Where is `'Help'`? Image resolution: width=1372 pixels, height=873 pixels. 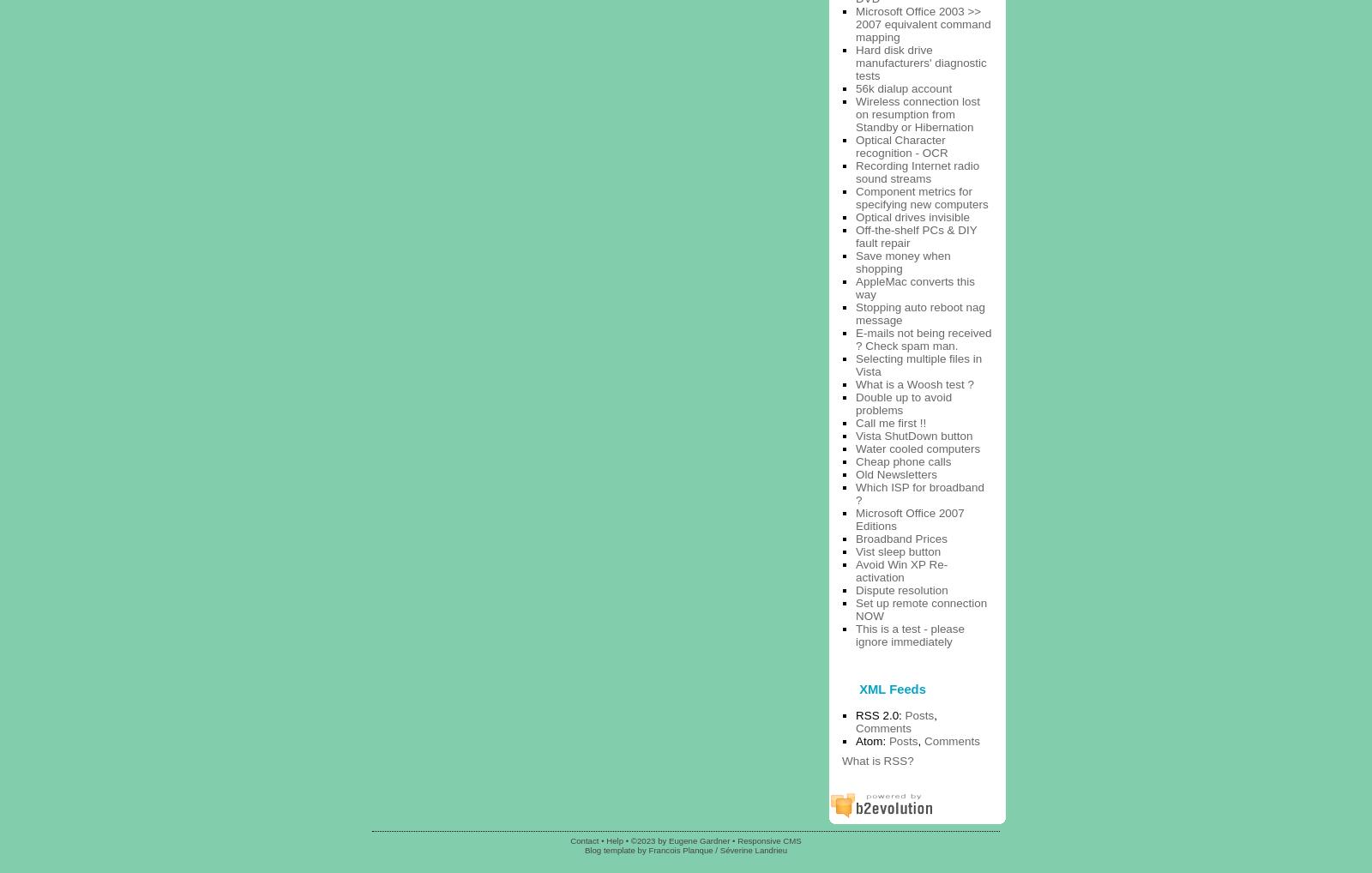 'Help' is located at coordinates (614, 840).